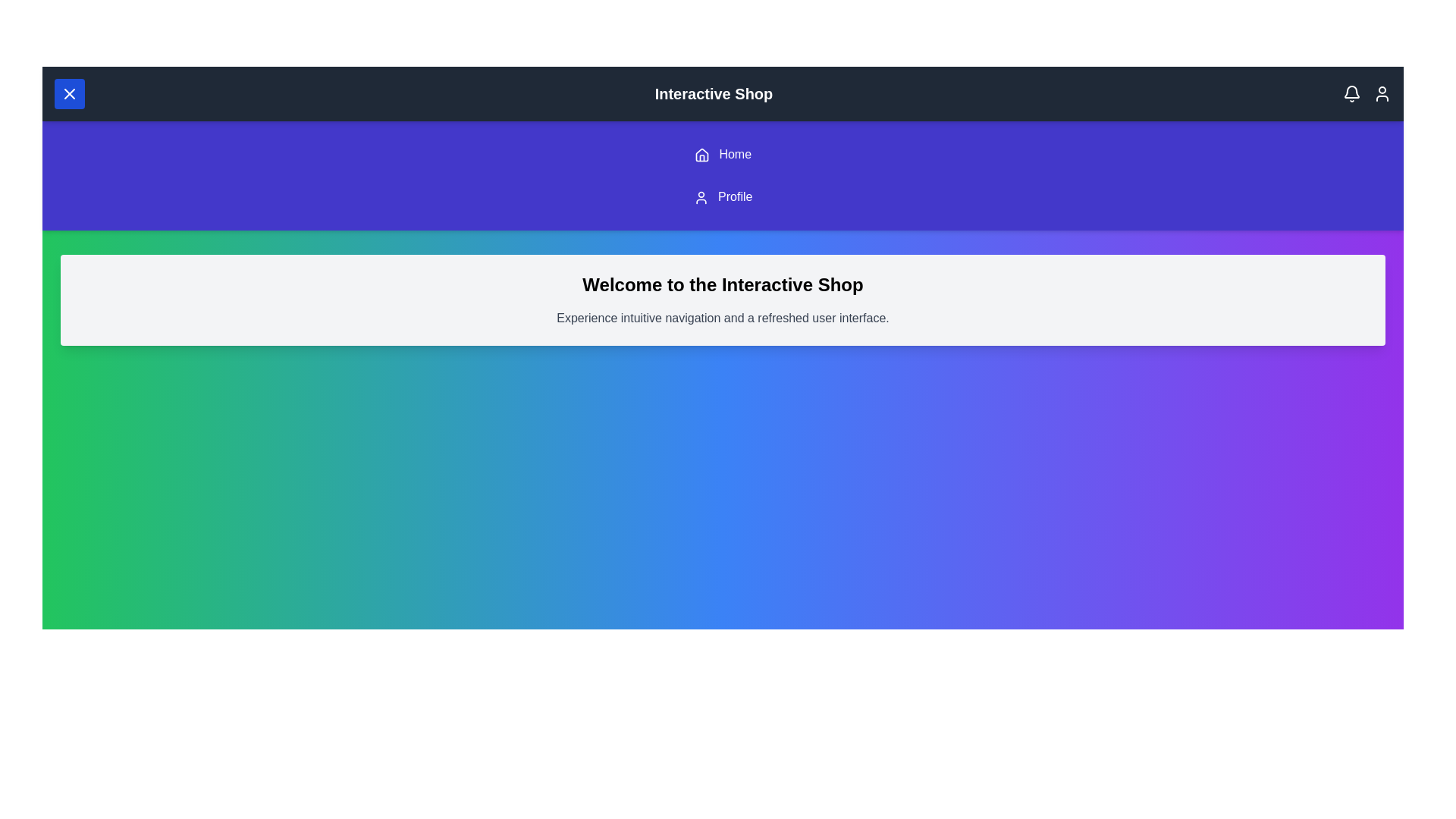 The image size is (1456, 819). What do you see at coordinates (68, 93) in the screenshot?
I see `the menu button to toggle the menu` at bounding box center [68, 93].